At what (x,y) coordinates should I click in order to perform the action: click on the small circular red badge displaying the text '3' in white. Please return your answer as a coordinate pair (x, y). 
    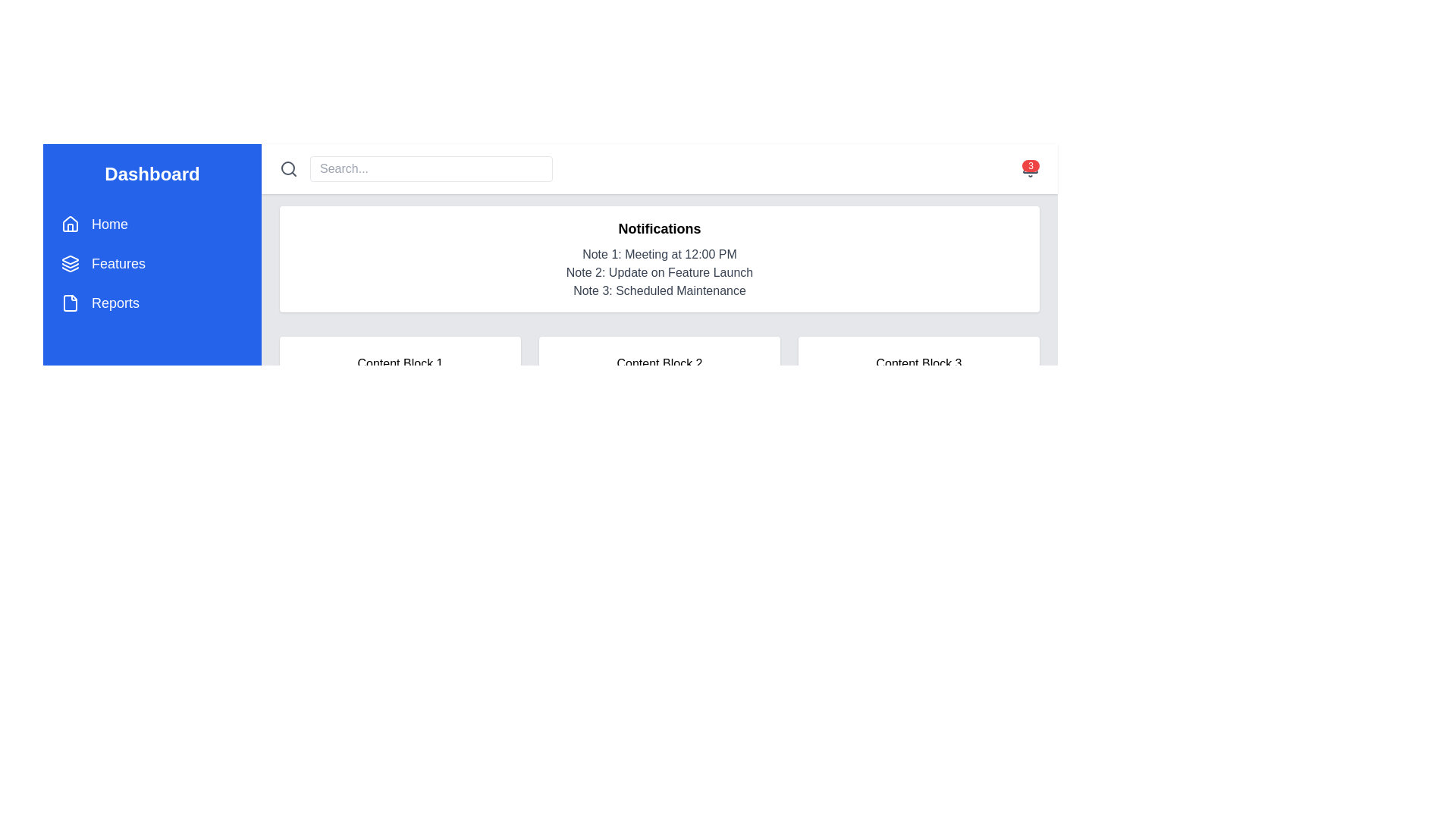
    Looking at the image, I should click on (1031, 166).